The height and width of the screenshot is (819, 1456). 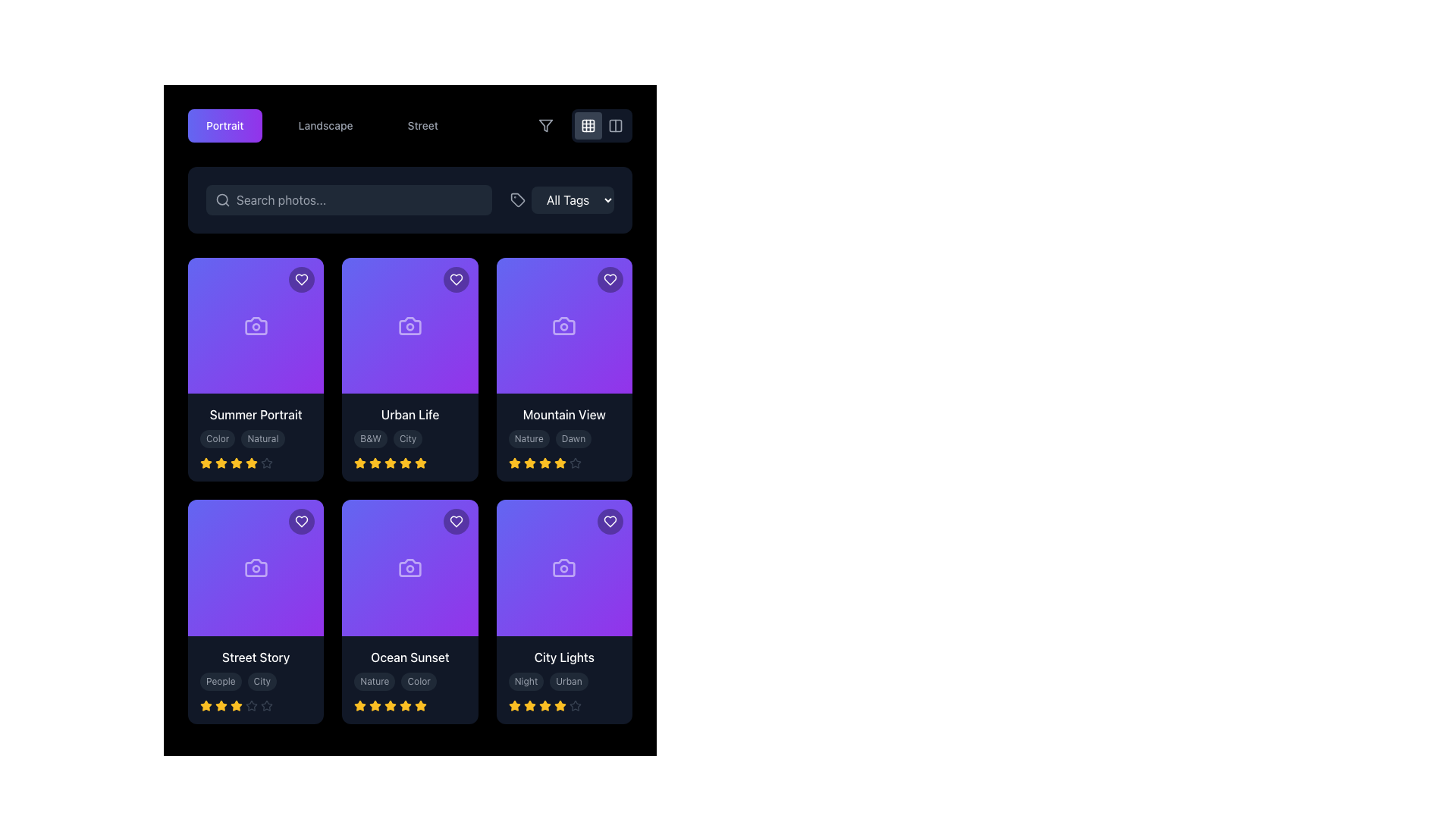 What do you see at coordinates (220, 680) in the screenshot?
I see `the small, rounded rectangular label with the text 'People' in light gray on a dark gray background, located towards the bottom left of the 'Street Story' card` at bounding box center [220, 680].